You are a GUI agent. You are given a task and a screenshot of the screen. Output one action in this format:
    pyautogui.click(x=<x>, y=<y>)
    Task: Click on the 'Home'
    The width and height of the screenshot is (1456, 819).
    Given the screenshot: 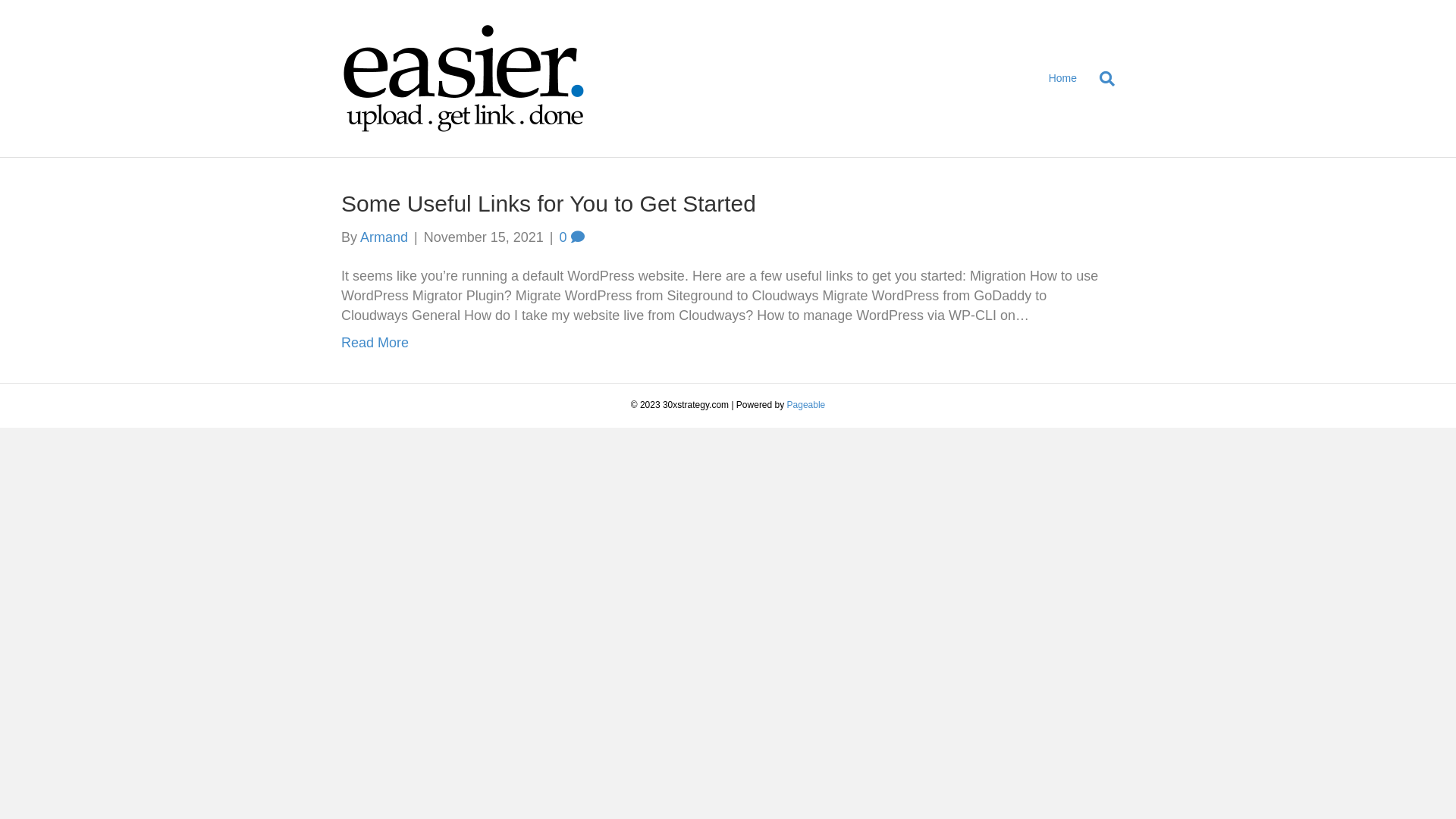 What is the action you would take?
    pyautogui.click(x=1062, y=79)
    